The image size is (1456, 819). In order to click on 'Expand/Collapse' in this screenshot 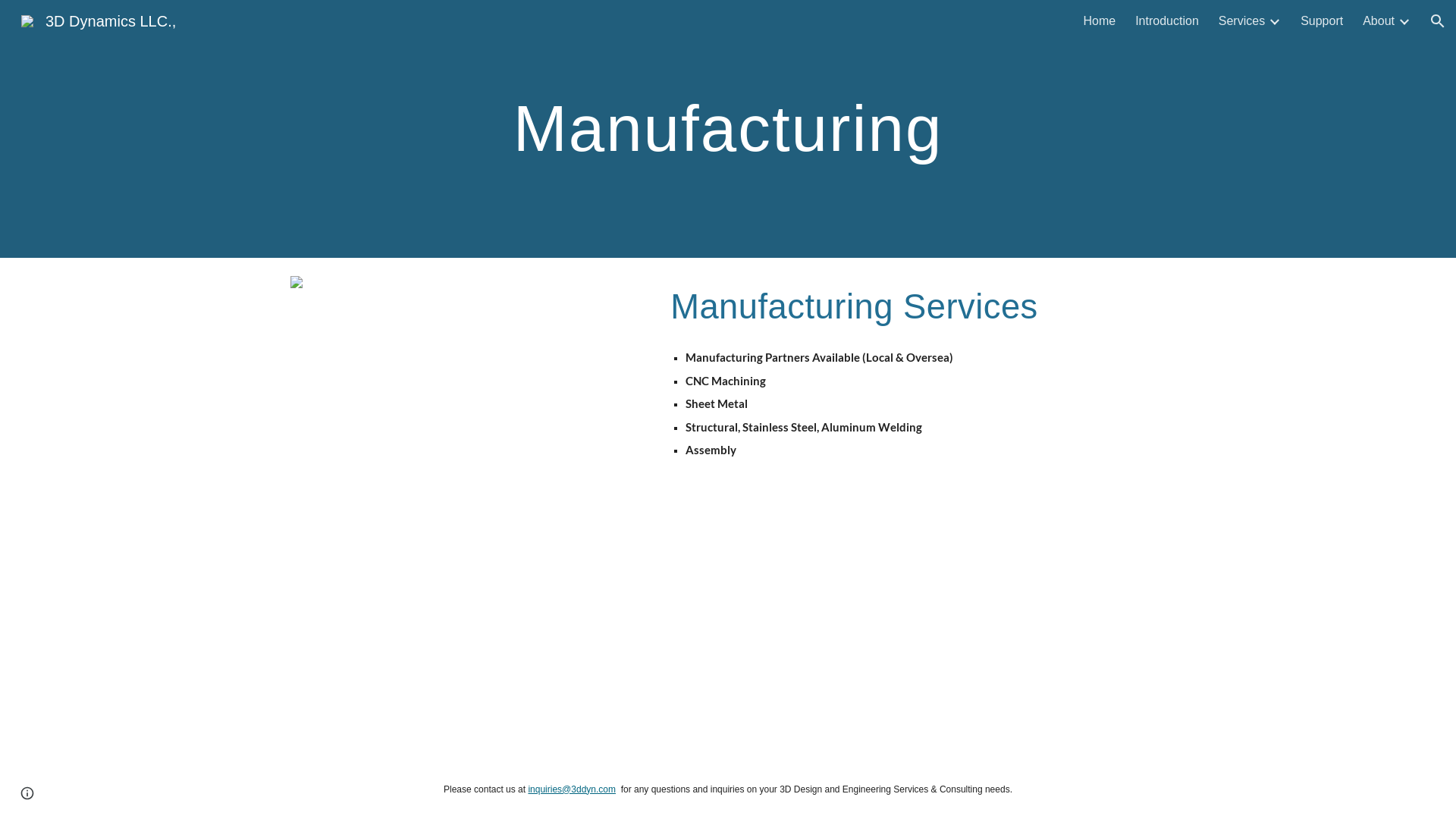, I will do `click(1403, 20)`.